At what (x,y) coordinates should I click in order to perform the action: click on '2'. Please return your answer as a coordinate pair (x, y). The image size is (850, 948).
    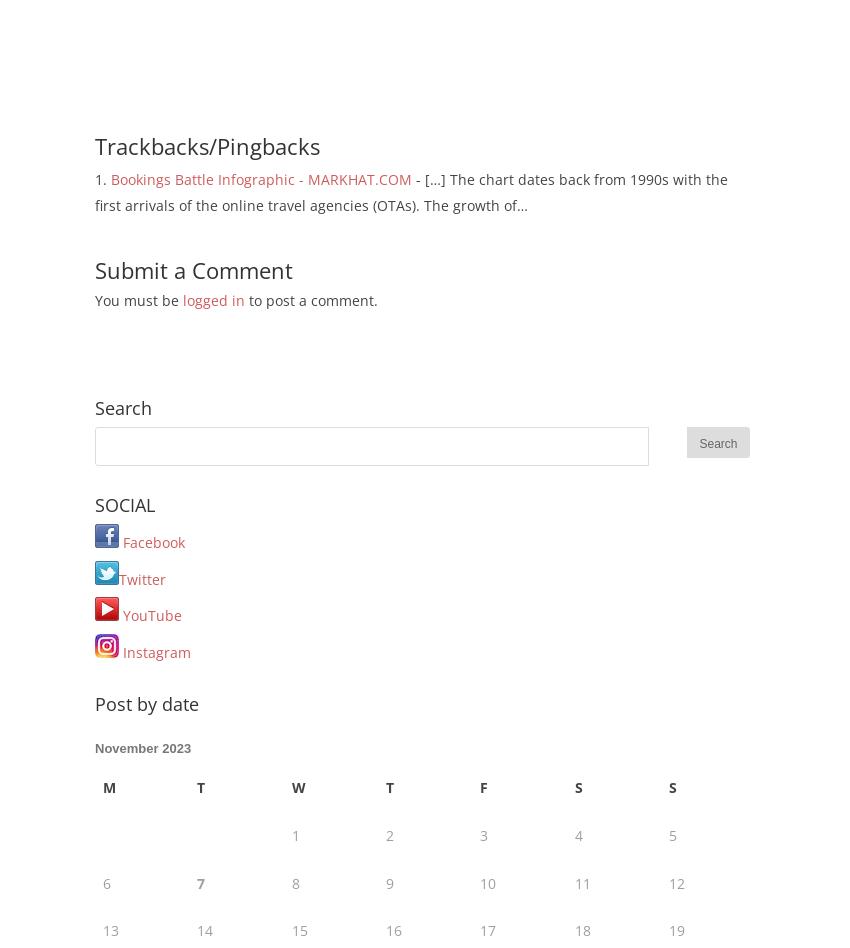
    Looking at the image, I should click on (385, 833).